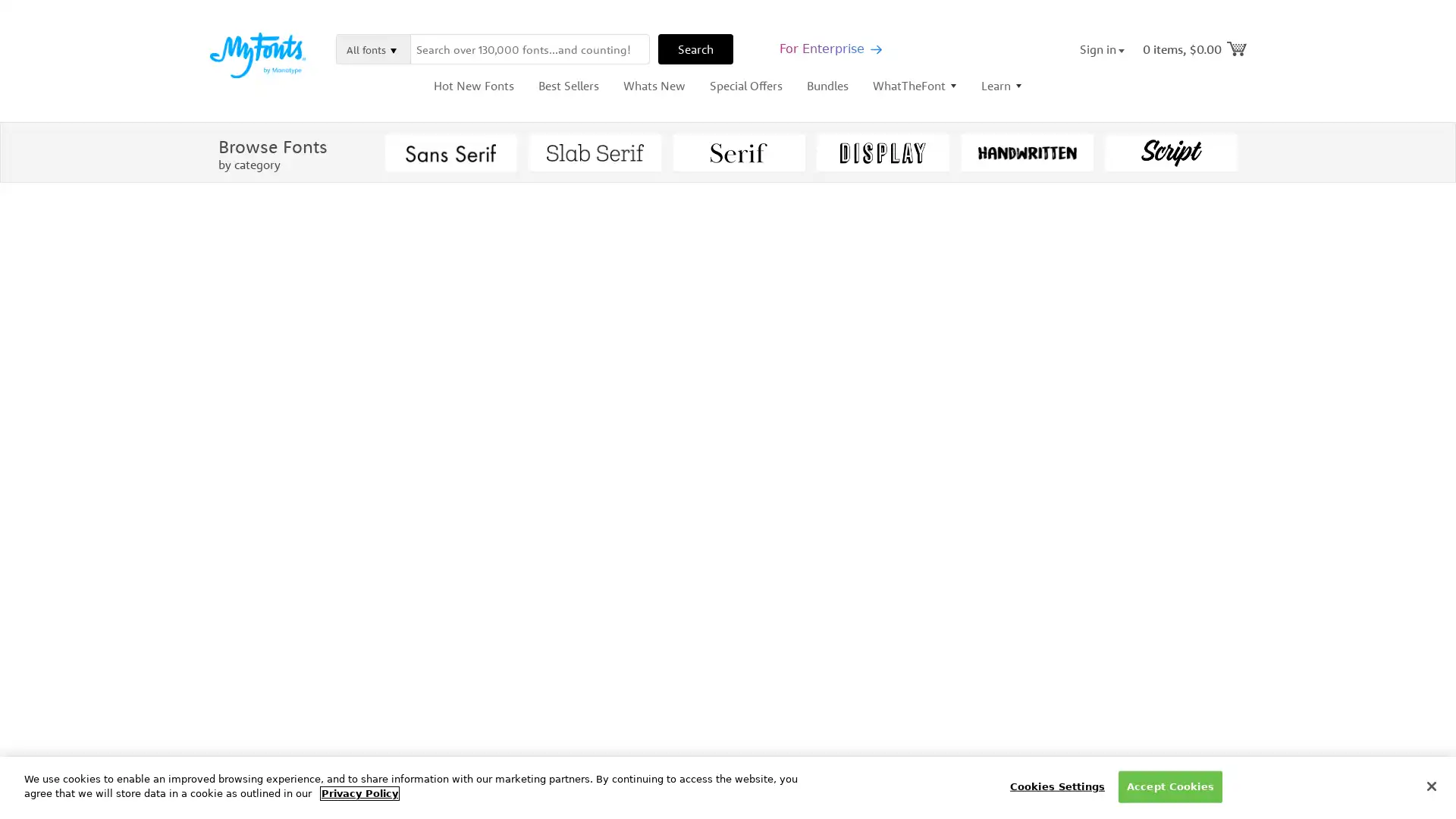 The width and height of the screenshot is (1456, 819). Describe the element at coordinates (990, 459) in the screenshot. I see `Show Settings` at that location.